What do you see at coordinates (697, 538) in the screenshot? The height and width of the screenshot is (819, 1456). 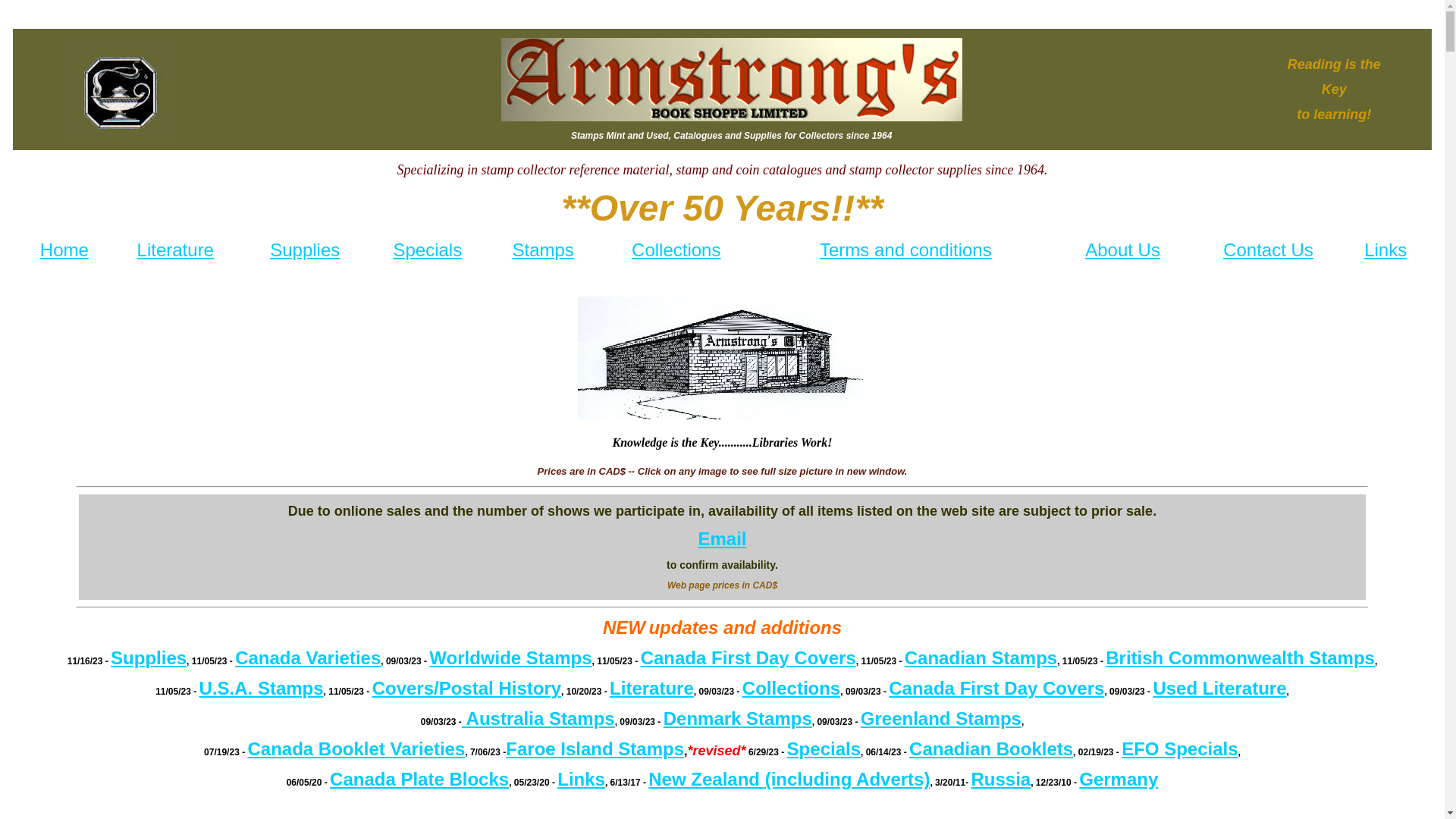 I see `'Email'` at bounding box center [697, 538].